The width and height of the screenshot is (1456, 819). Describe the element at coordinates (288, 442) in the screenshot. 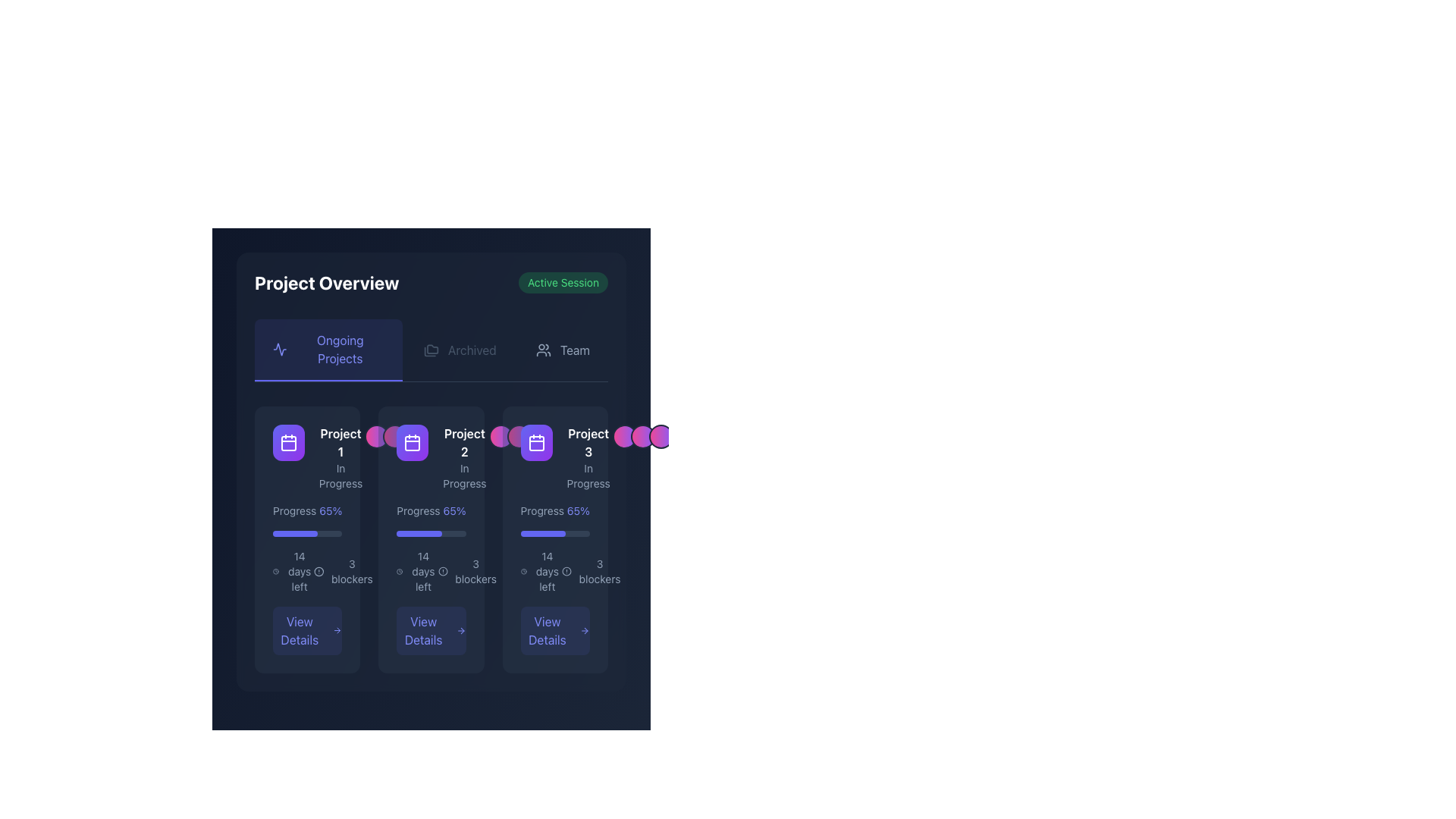

I see `the graphical representation icon for 'Project 1', which is the first of three similar icons in the 'Ongoing Projects' section` at that location.